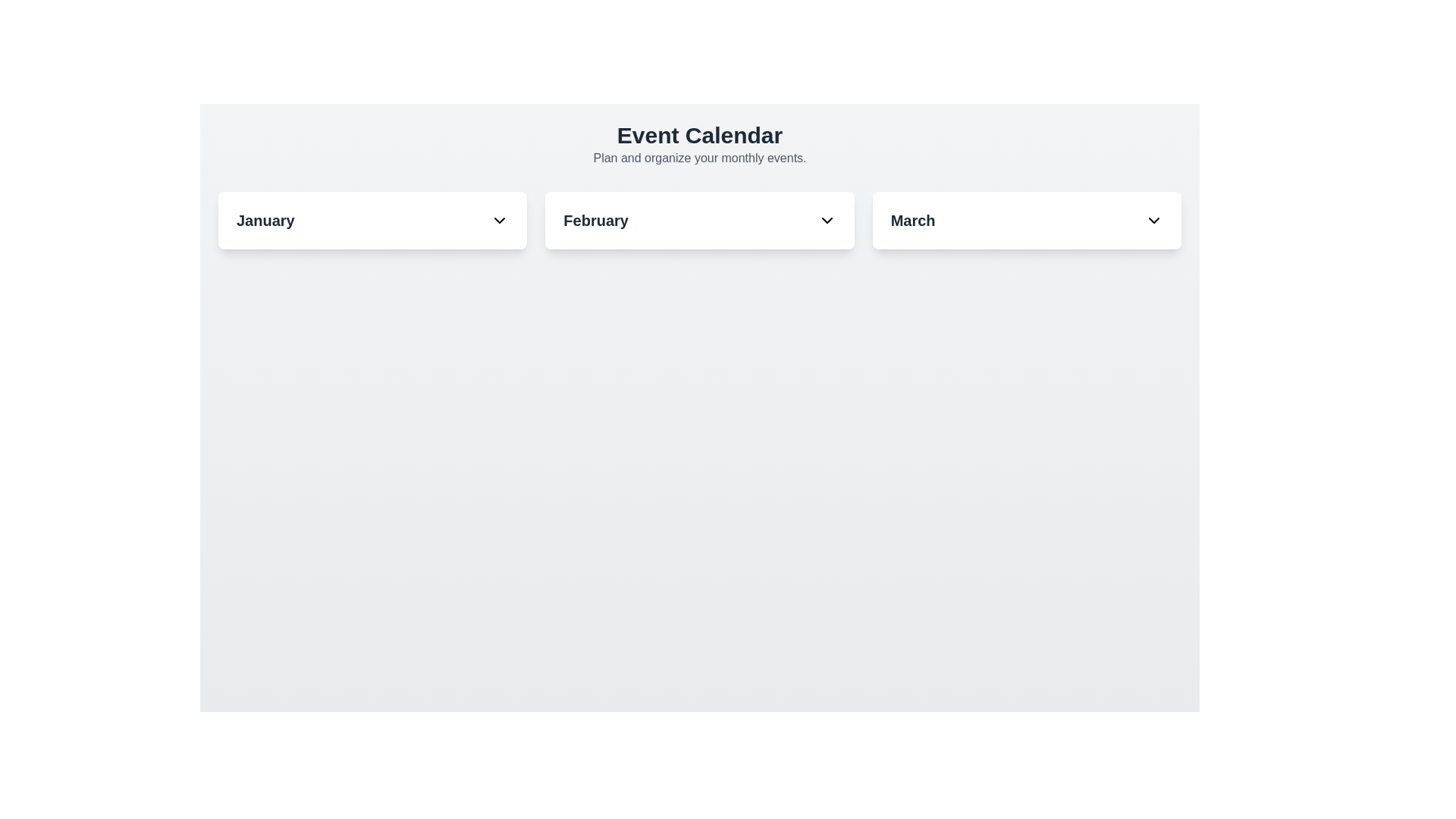 Image resolution: width=1456 pixels, height=819 pixels. Describe the element at coordinates (1027, 220) in the screenshot. I see `the 'March' button with dropdown functionality` at that location.